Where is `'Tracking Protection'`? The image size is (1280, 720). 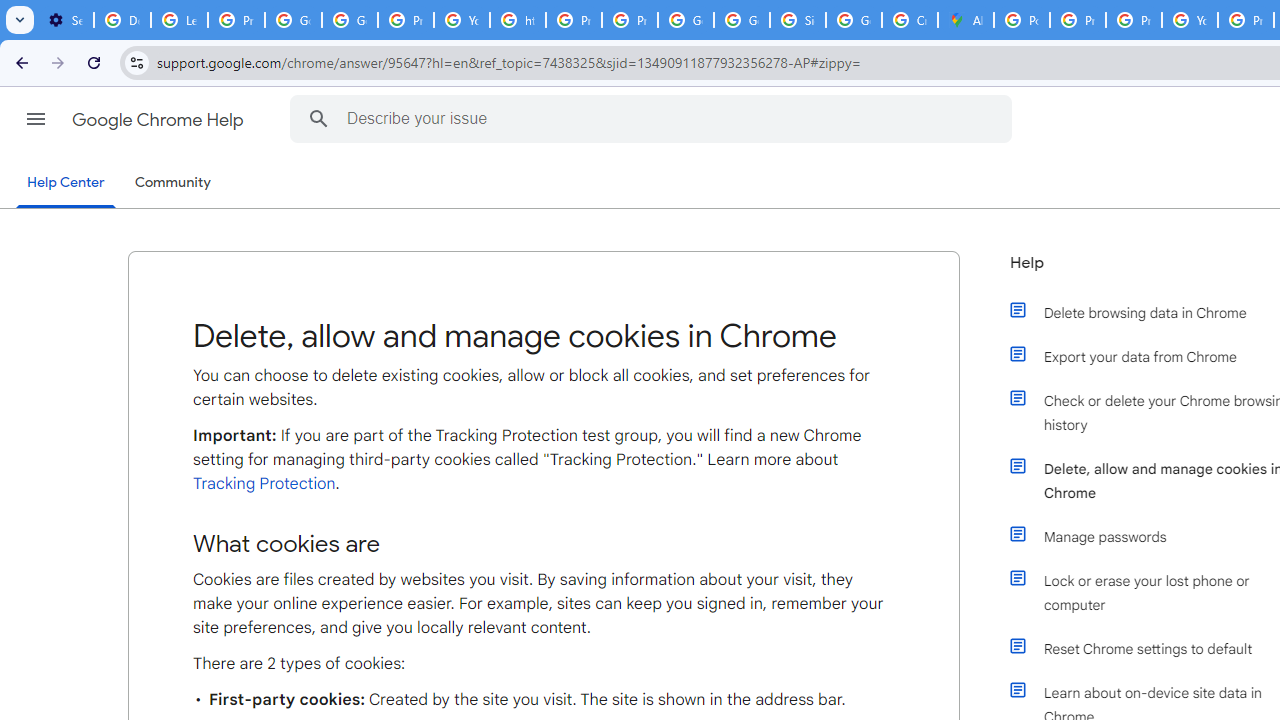 'Tracking Protection' is located at coordinates (263, 483).